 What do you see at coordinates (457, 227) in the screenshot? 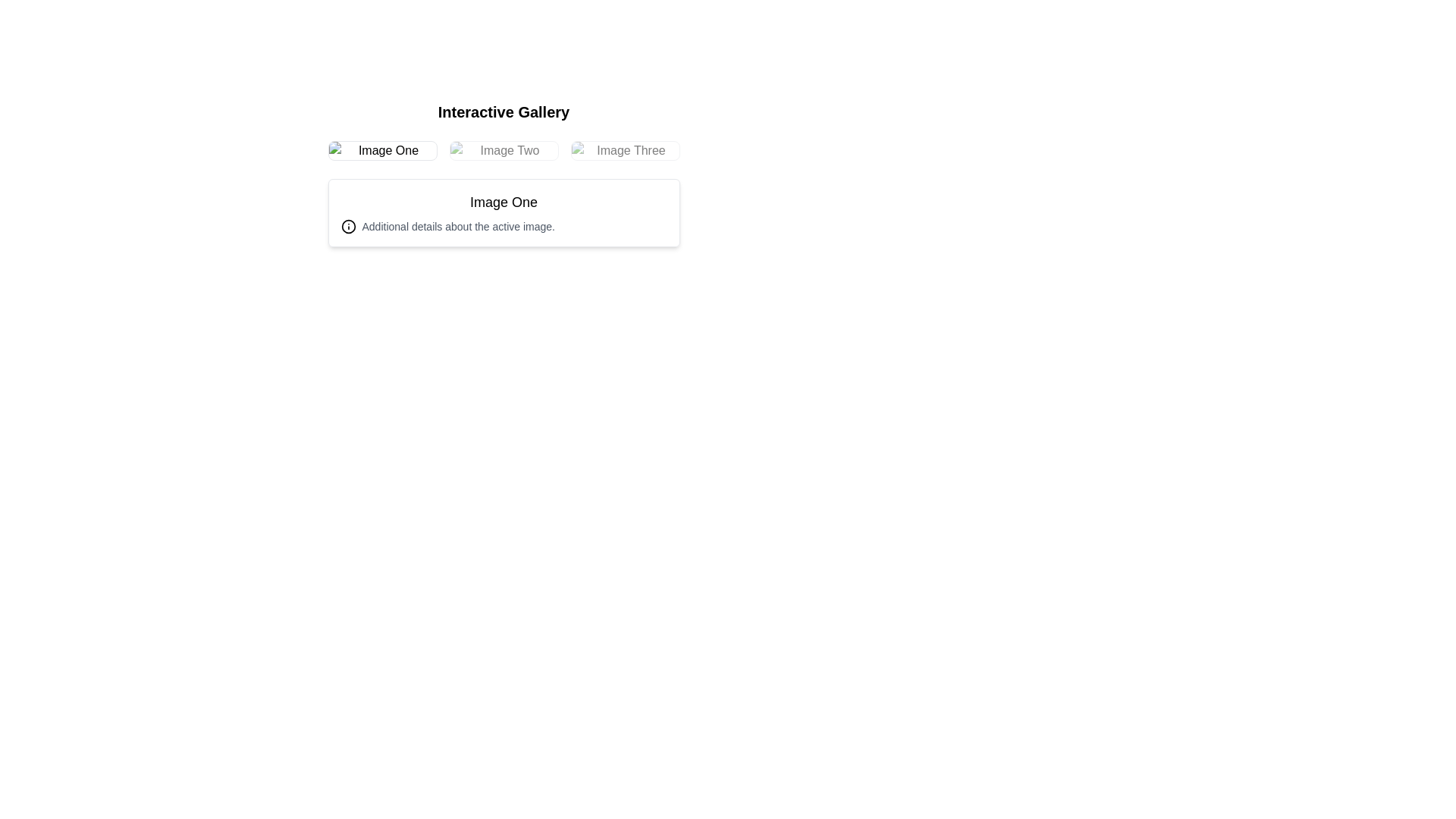
I see `the text label that says 'Additional details about the active image.', which is styled in a small gray font and positioned to the right of an informational icon` at bounding box center [457, 227].